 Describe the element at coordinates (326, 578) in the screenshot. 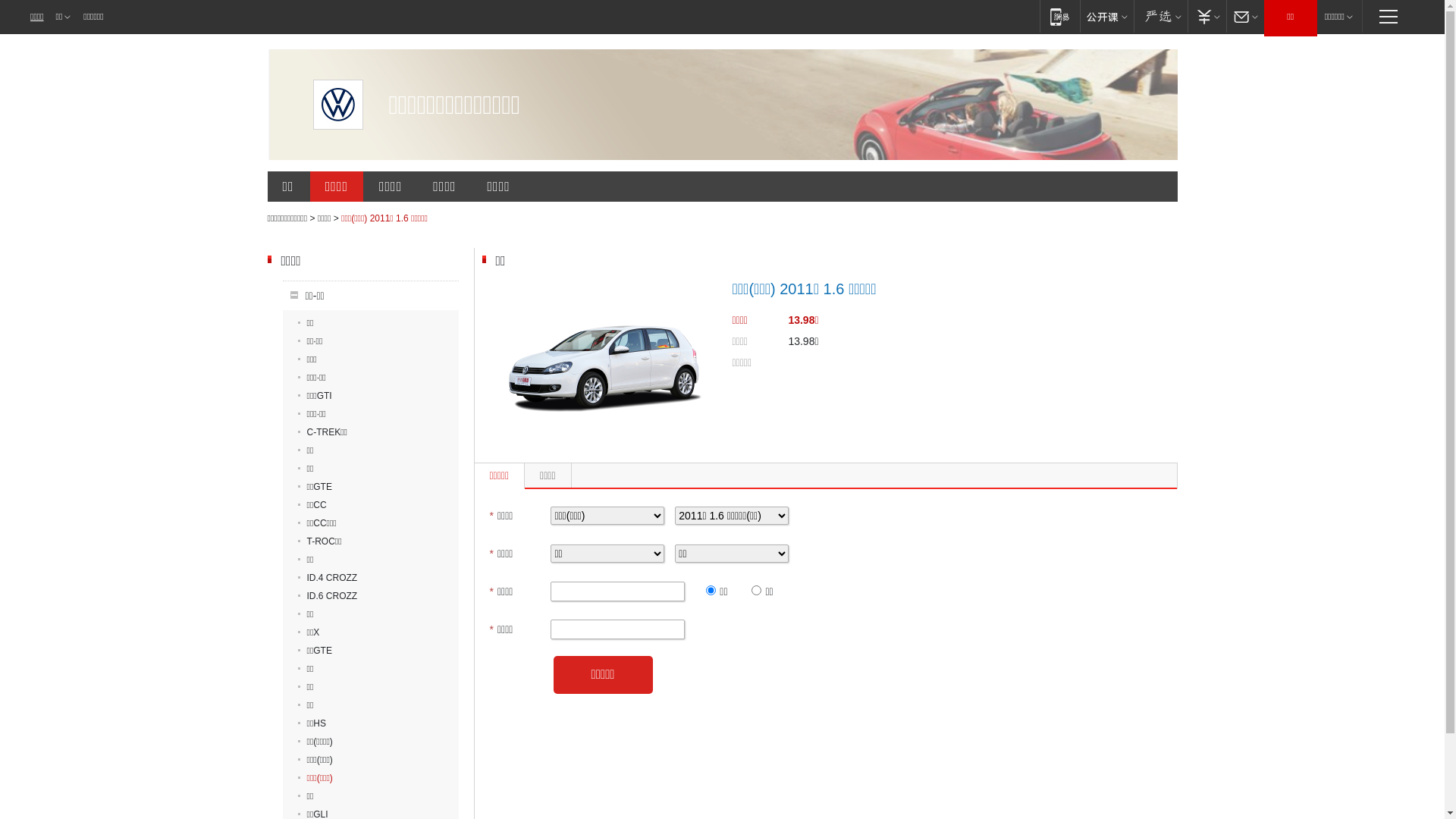

I see `'ID.4 CROZZ'` at that location.